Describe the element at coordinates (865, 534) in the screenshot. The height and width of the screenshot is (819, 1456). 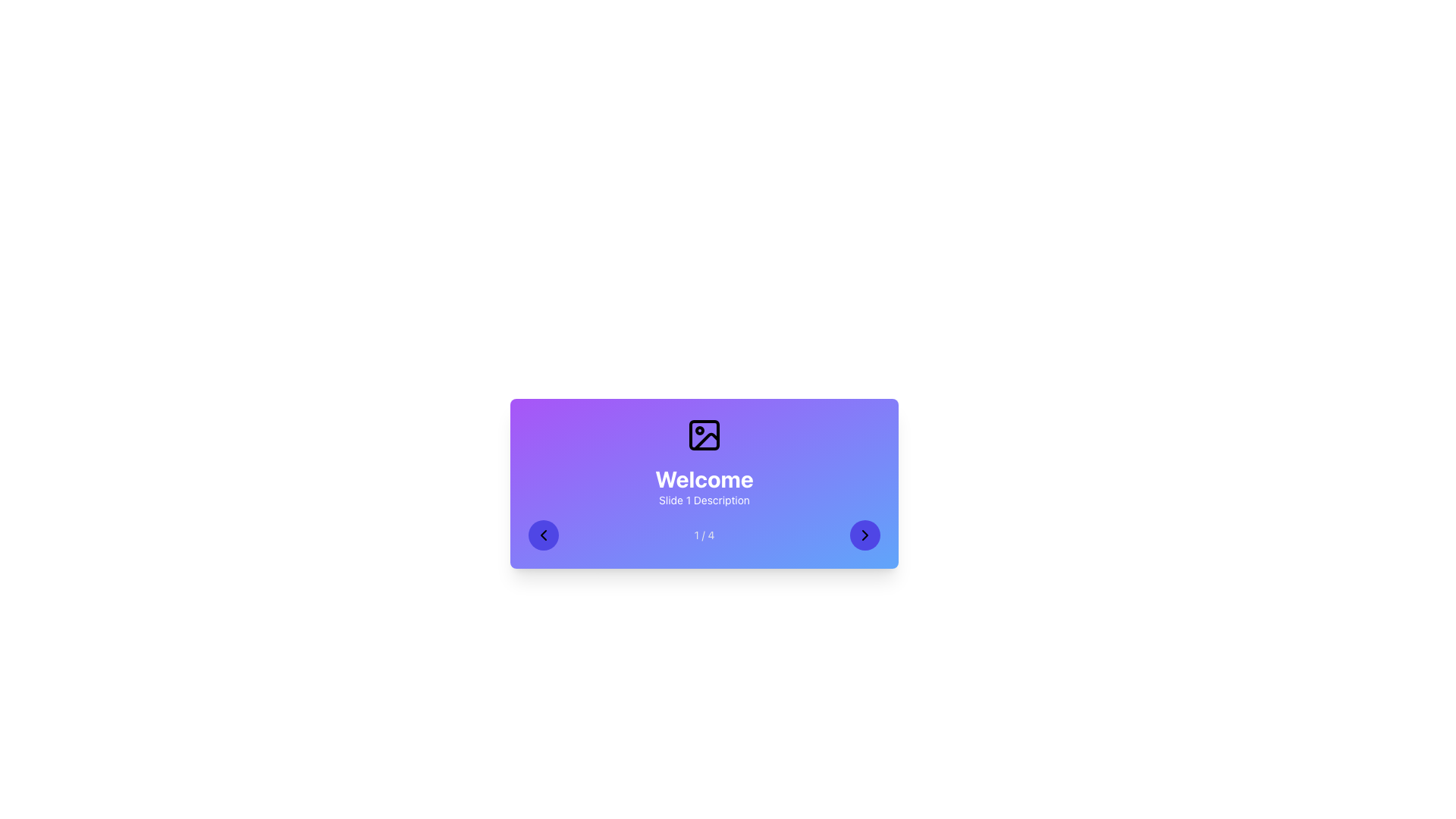
I see `the chevron icon located in the circular button at the bottom-right corner of the card interface` at that location.